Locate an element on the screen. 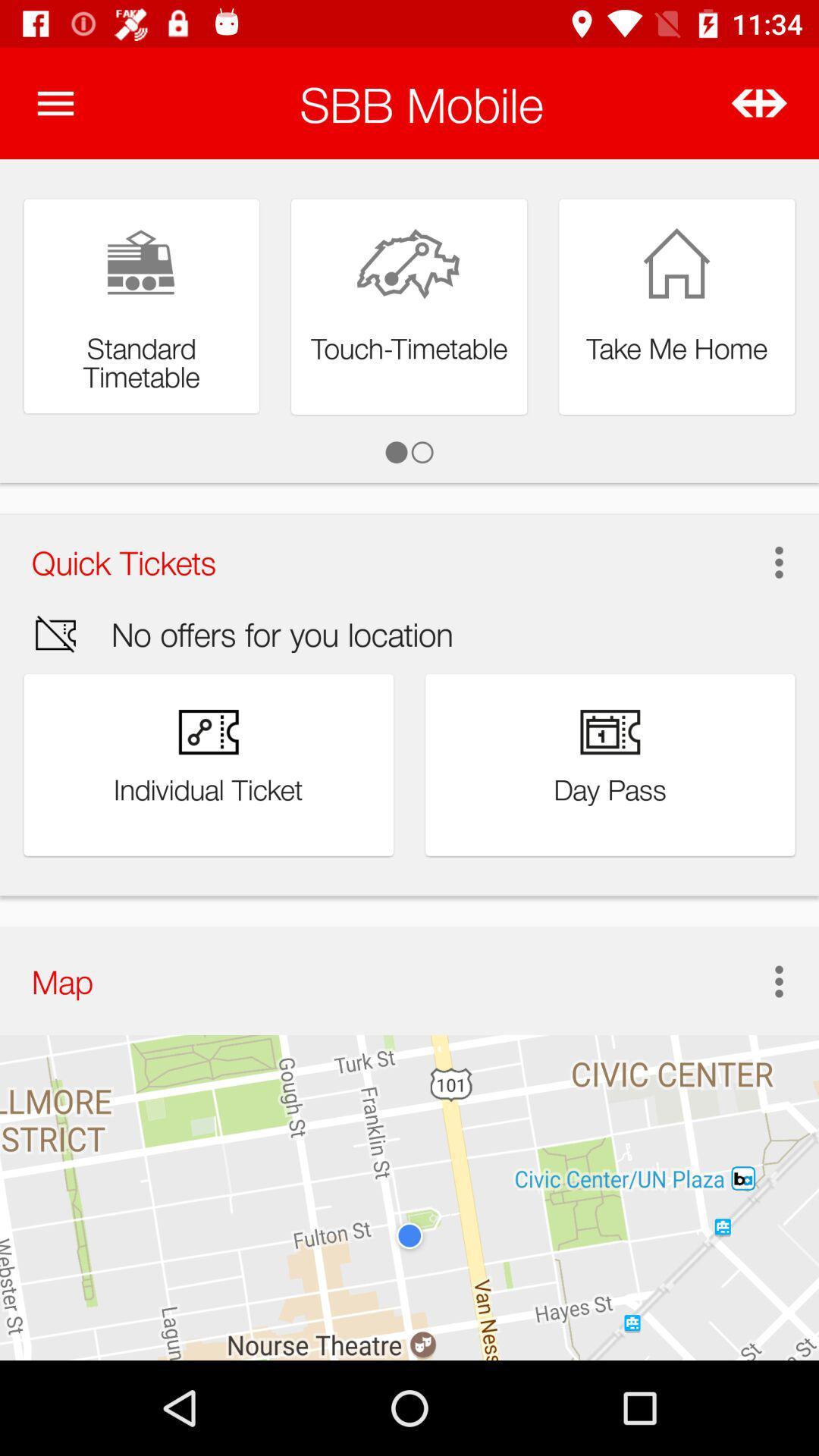 The image size is (819, 1456). the icon to the left of the sbb mobile icon is located at coordinates (55, 102).